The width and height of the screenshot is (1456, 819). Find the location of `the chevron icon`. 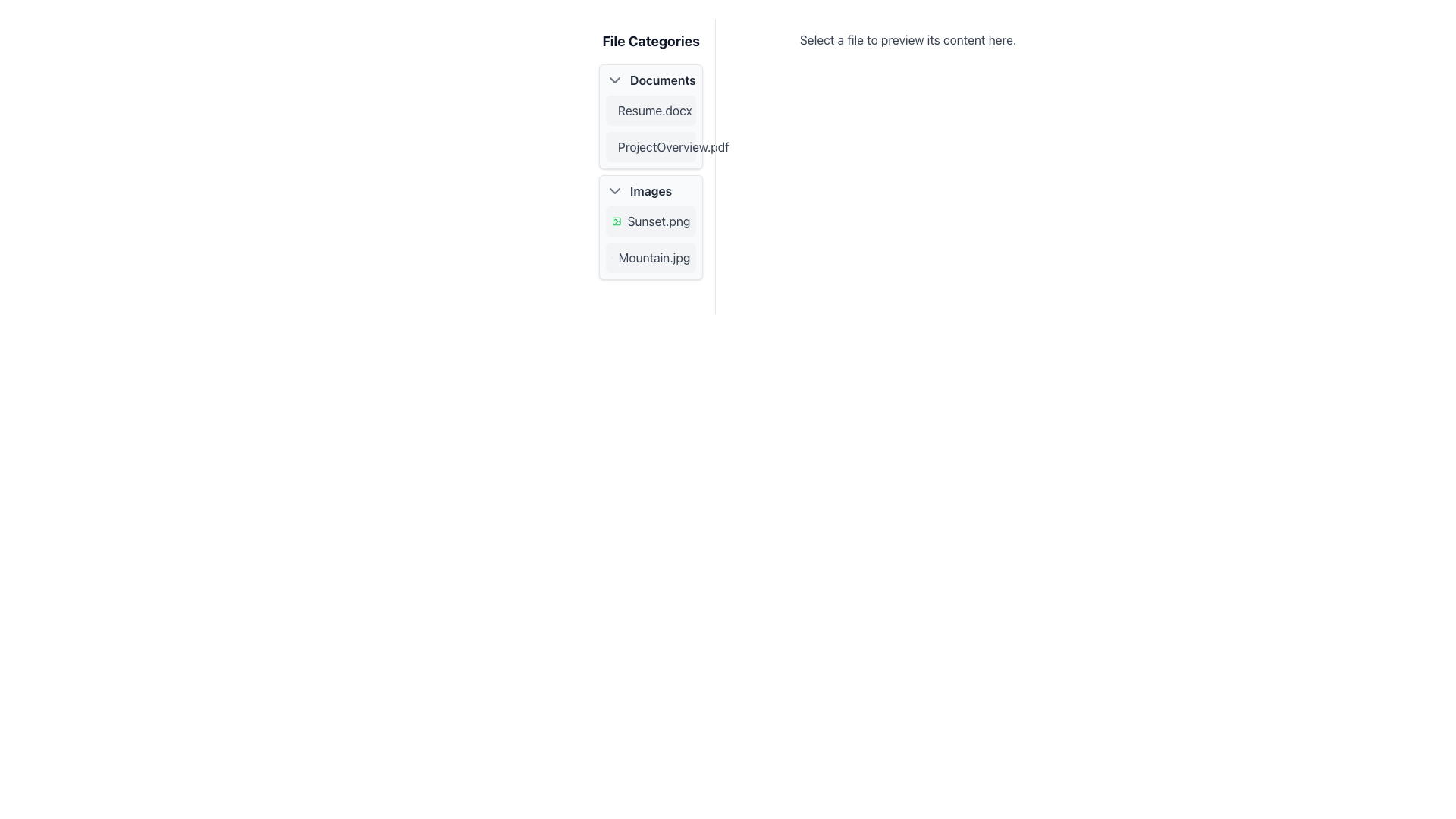

the chevron icon is located at coordinates (615, 80).